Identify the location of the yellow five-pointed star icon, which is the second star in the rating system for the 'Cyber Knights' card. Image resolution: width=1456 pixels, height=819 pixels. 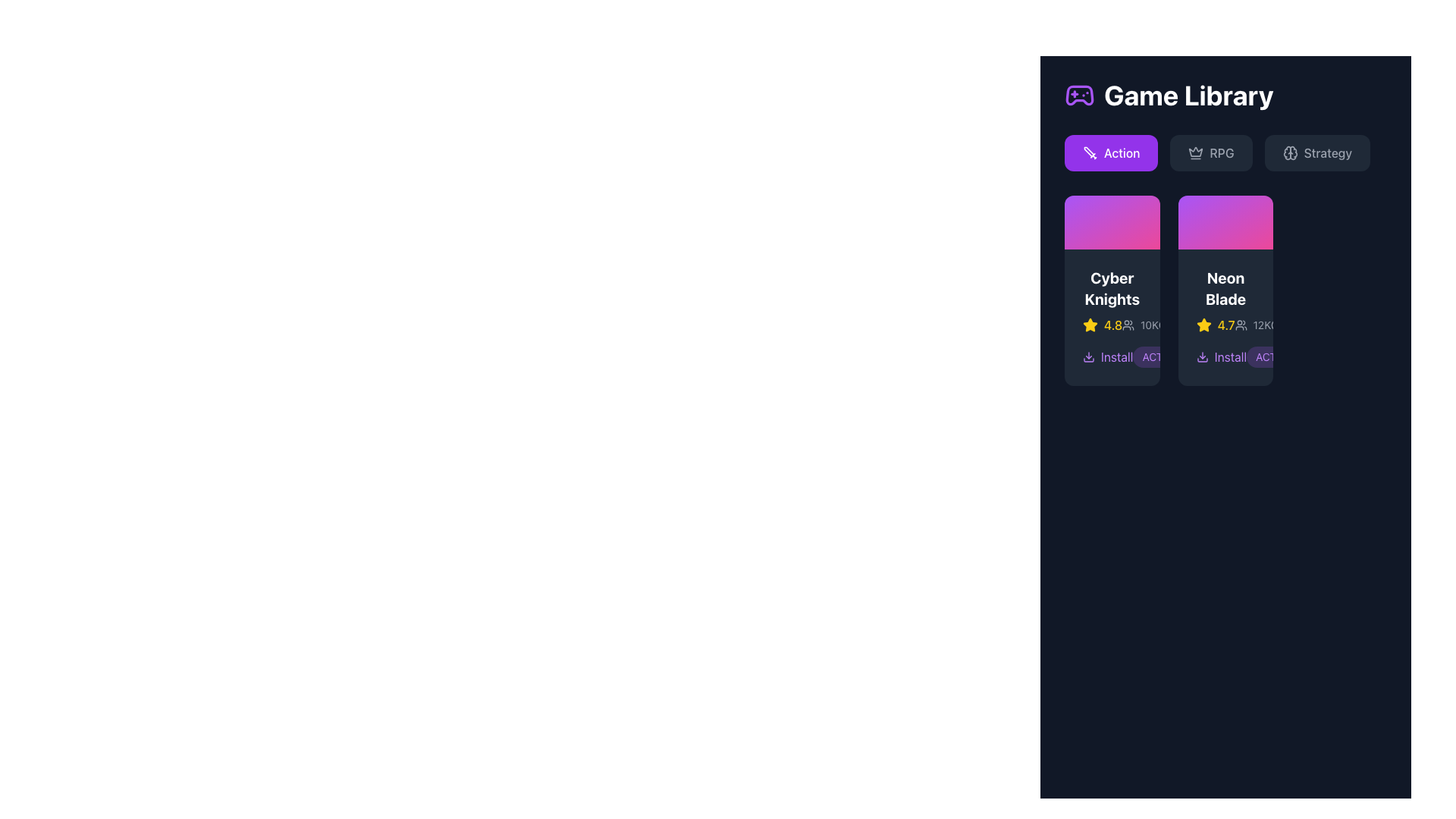
(1203, 324).